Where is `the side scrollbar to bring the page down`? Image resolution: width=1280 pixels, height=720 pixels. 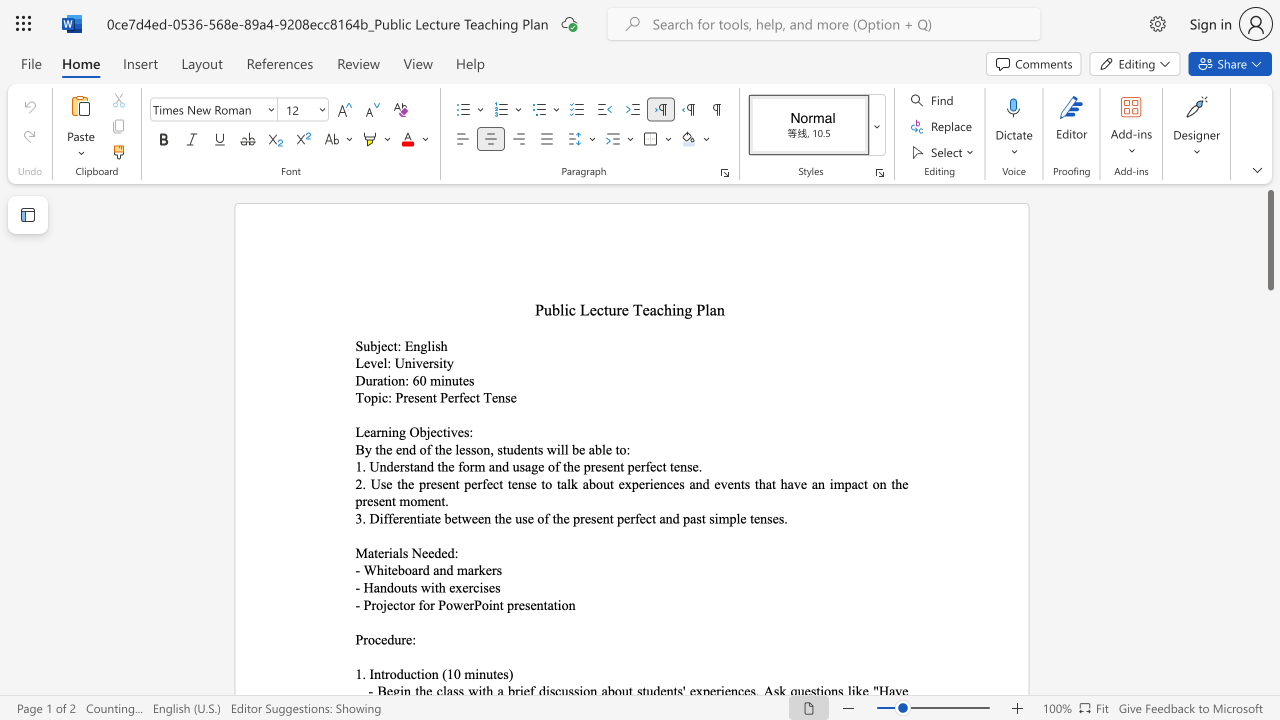
the side scrollbar to bring the page down is located at coordinates (1269, 580).